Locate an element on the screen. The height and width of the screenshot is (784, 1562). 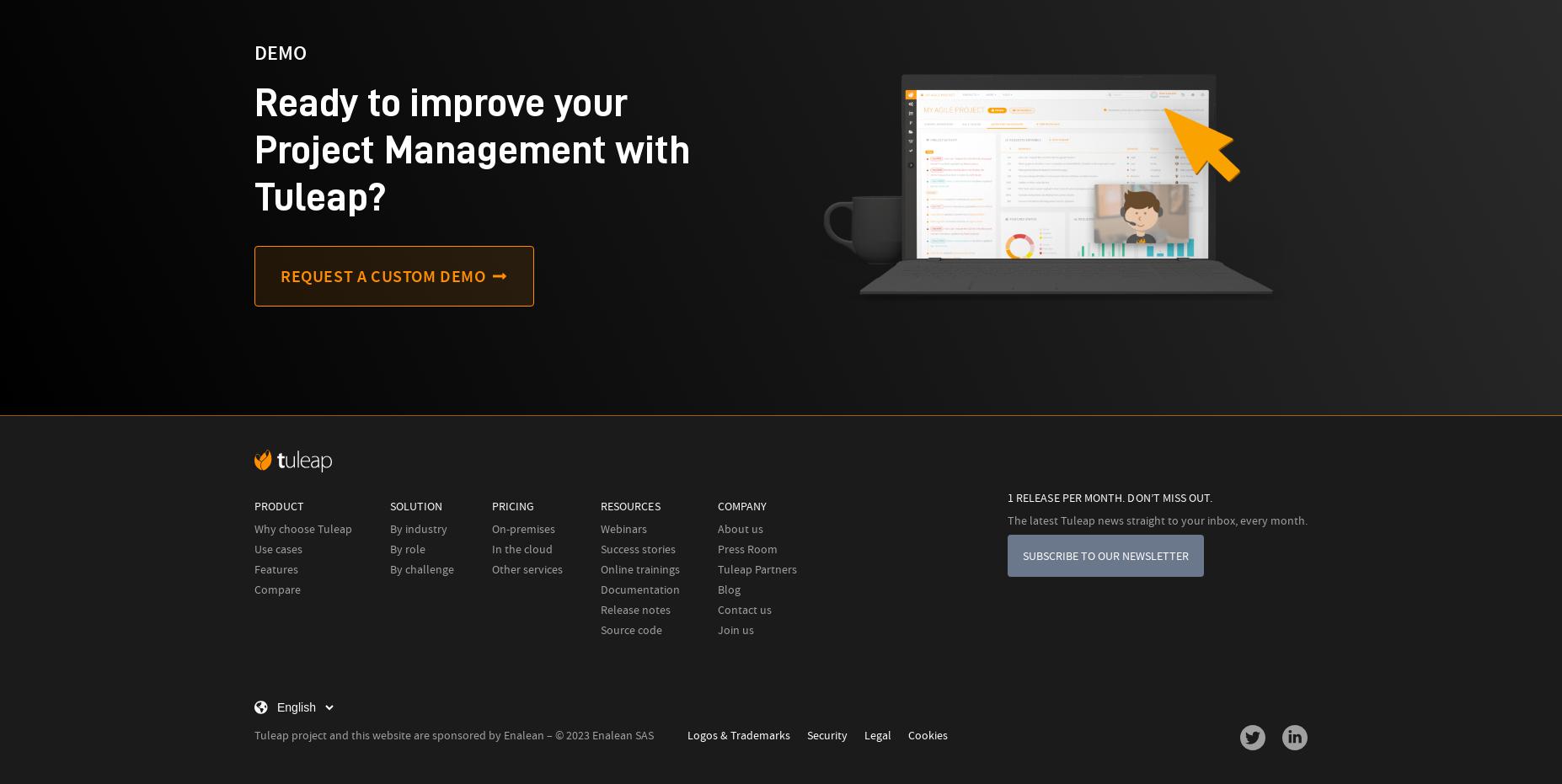
'About us' is located at coordinates (740, 528).